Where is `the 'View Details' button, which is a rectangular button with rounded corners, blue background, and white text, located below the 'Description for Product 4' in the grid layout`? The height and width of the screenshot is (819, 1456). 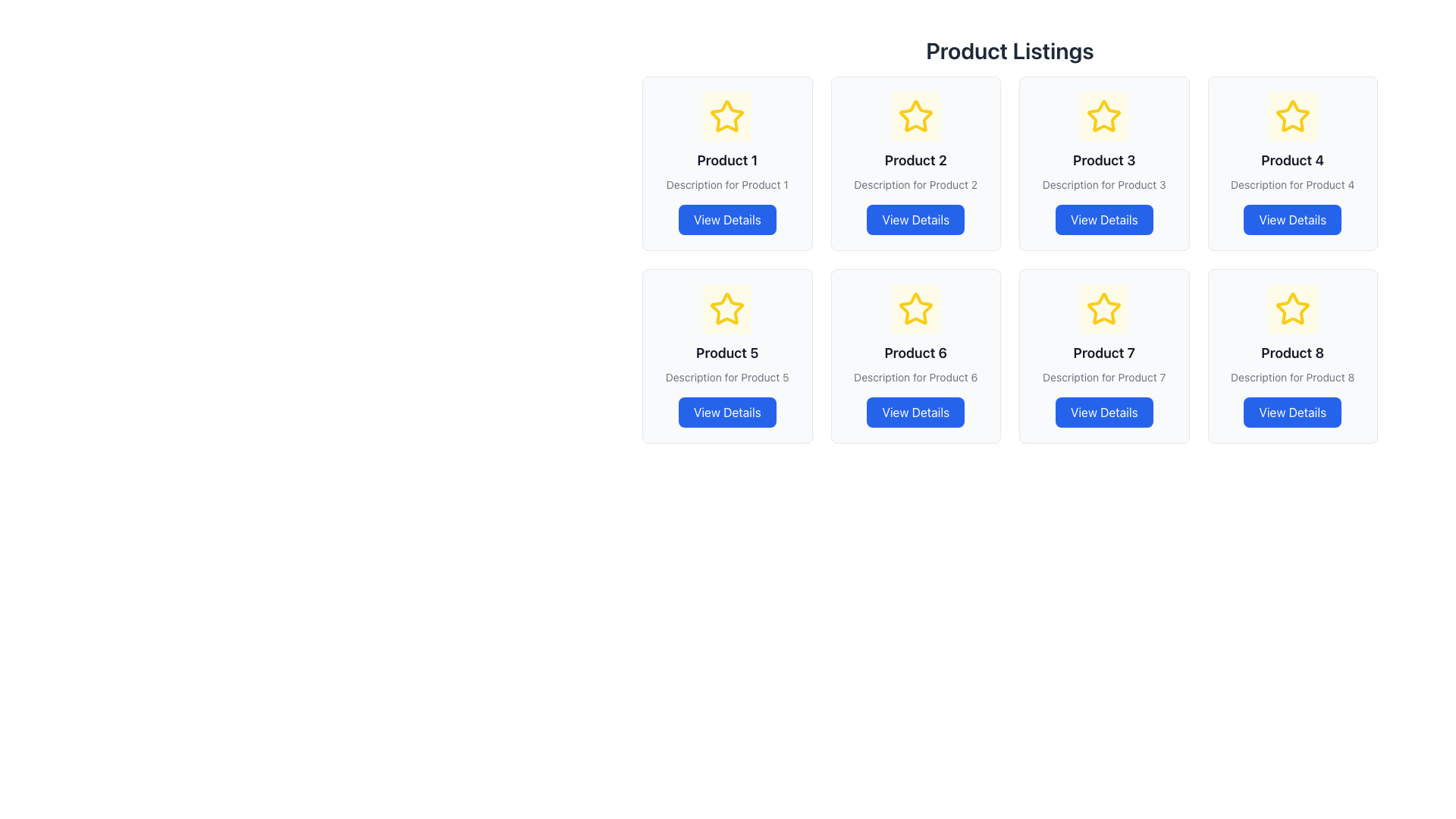 the 'View Details' button, which is a rectangular button with rounded corners, blue background, and white text, located below the 'Description for Product 4' in the grid layout is located at coordinates (1291, 219).